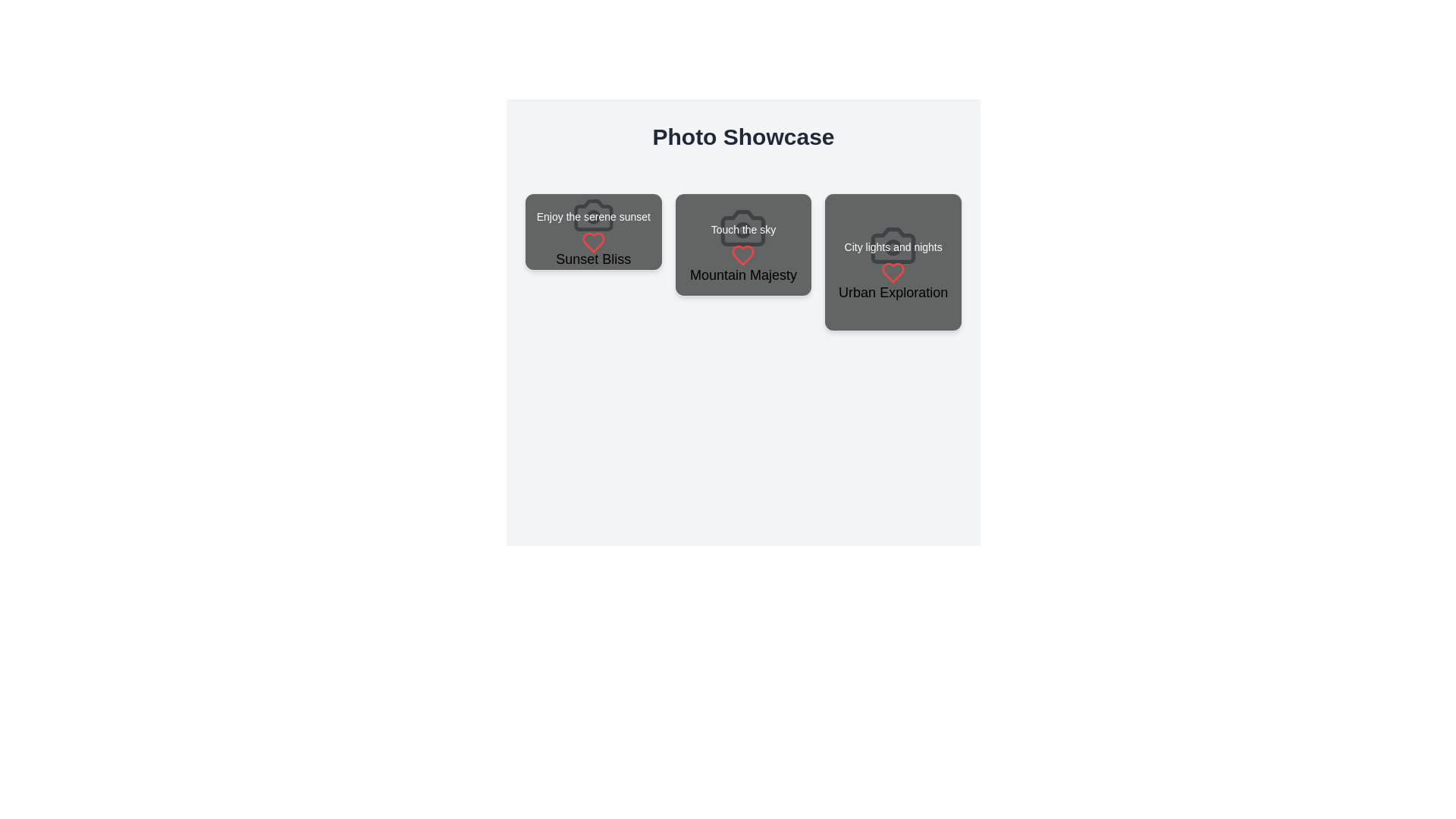 This screenshot has width=1456, height=819. What do you see at coordinates (743, 228) in the screenshot?
I see `the SVG graphical element symbolizing photography in the 'Mountain Majesty' section, located at the center coordinates` at bounding box center [743, 228].